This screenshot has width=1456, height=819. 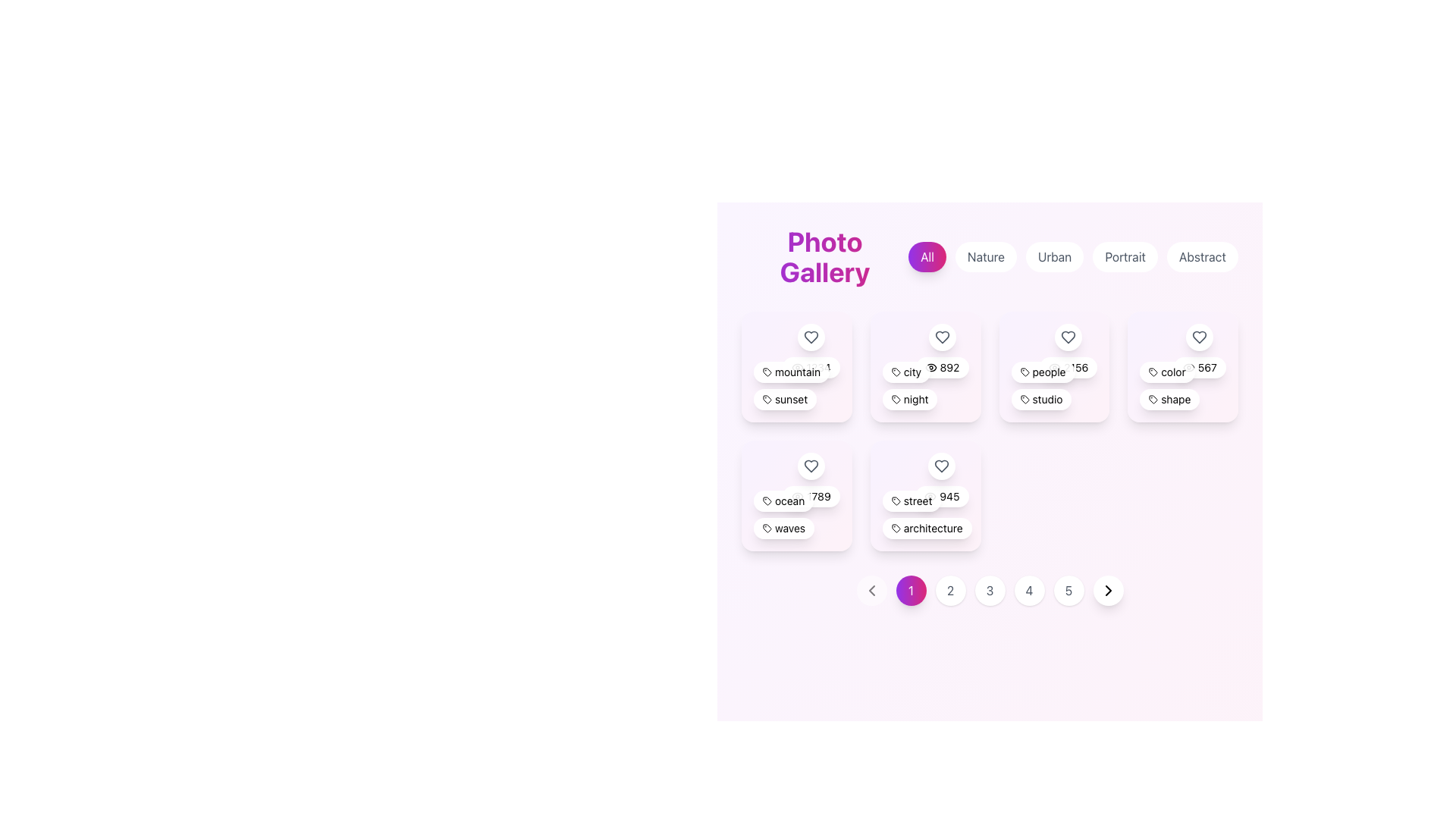 I want to click on the heart icon button located in the center of the first card in the grid, representing the 'mountain' category, so click(x=810, y=336).